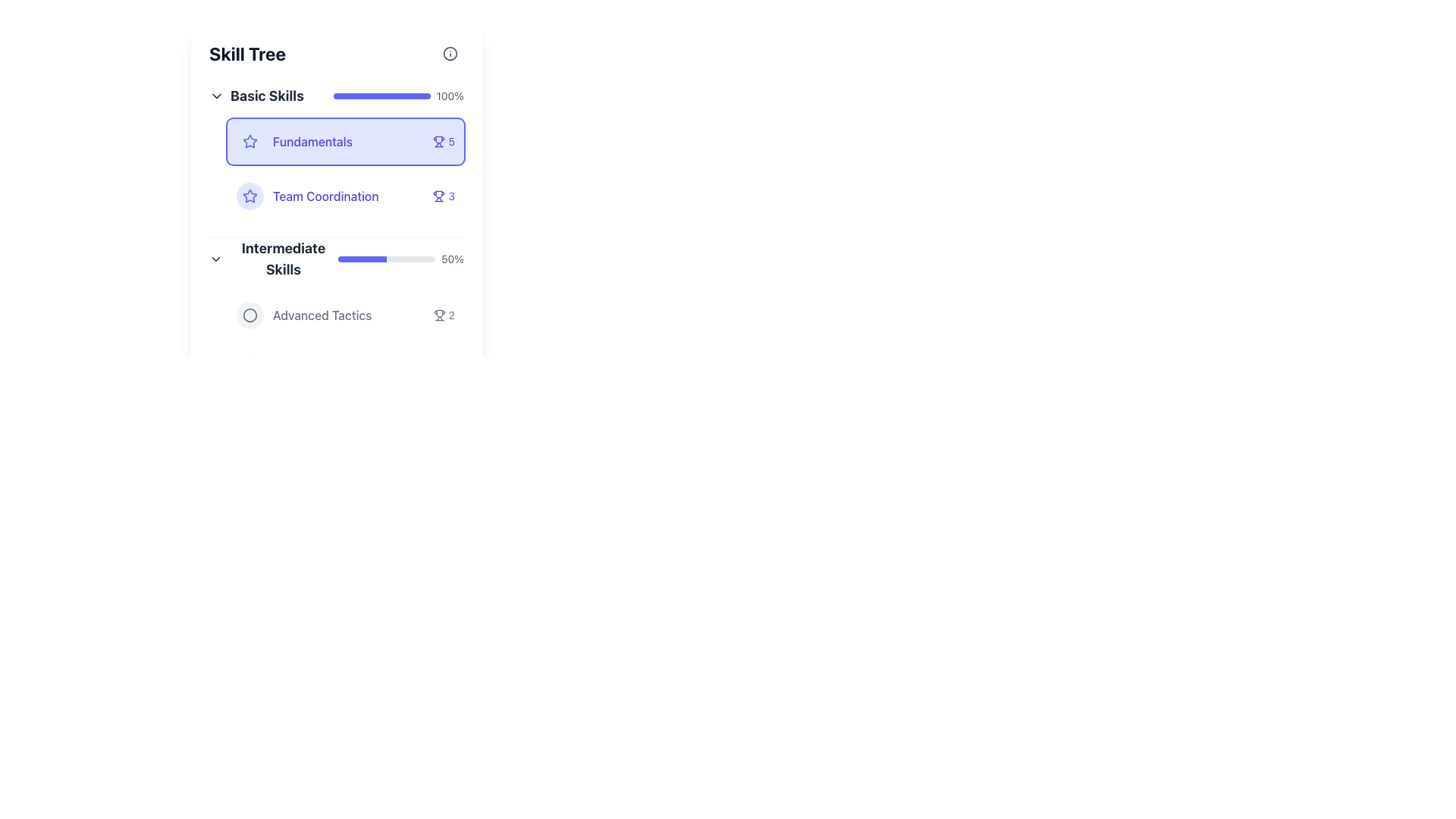 Image resolution: width=1456 pixels, height=819 pixels. Describe the element at coordinates (215, 259) in the screenshot. I see `the right-facing chevron icon with a thin border and round edge, located next to the text 'Intermediate Skills'` at that location.